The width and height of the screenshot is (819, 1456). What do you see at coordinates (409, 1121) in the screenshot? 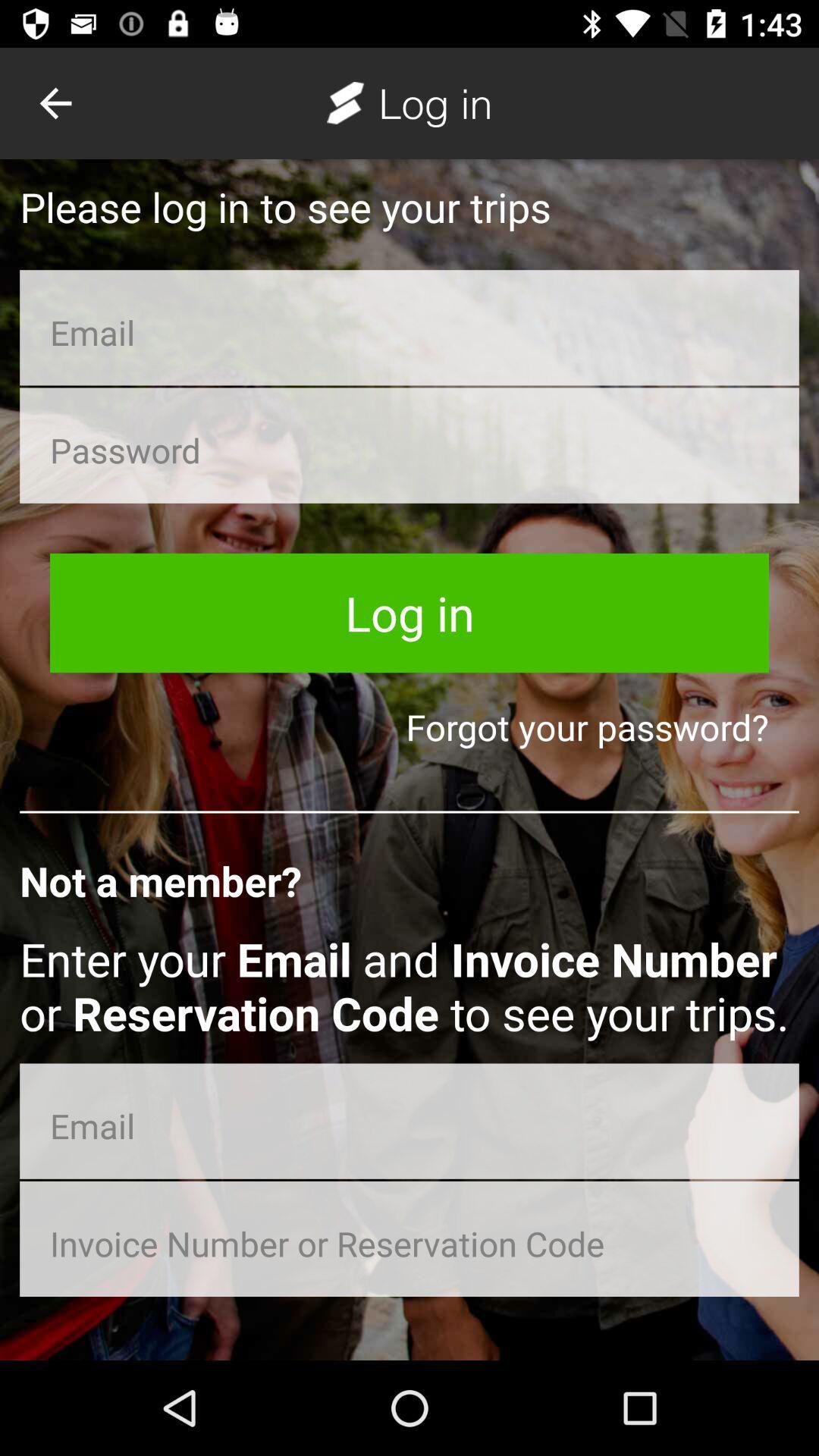
I see `input email` at bounding box center [409, 1121].